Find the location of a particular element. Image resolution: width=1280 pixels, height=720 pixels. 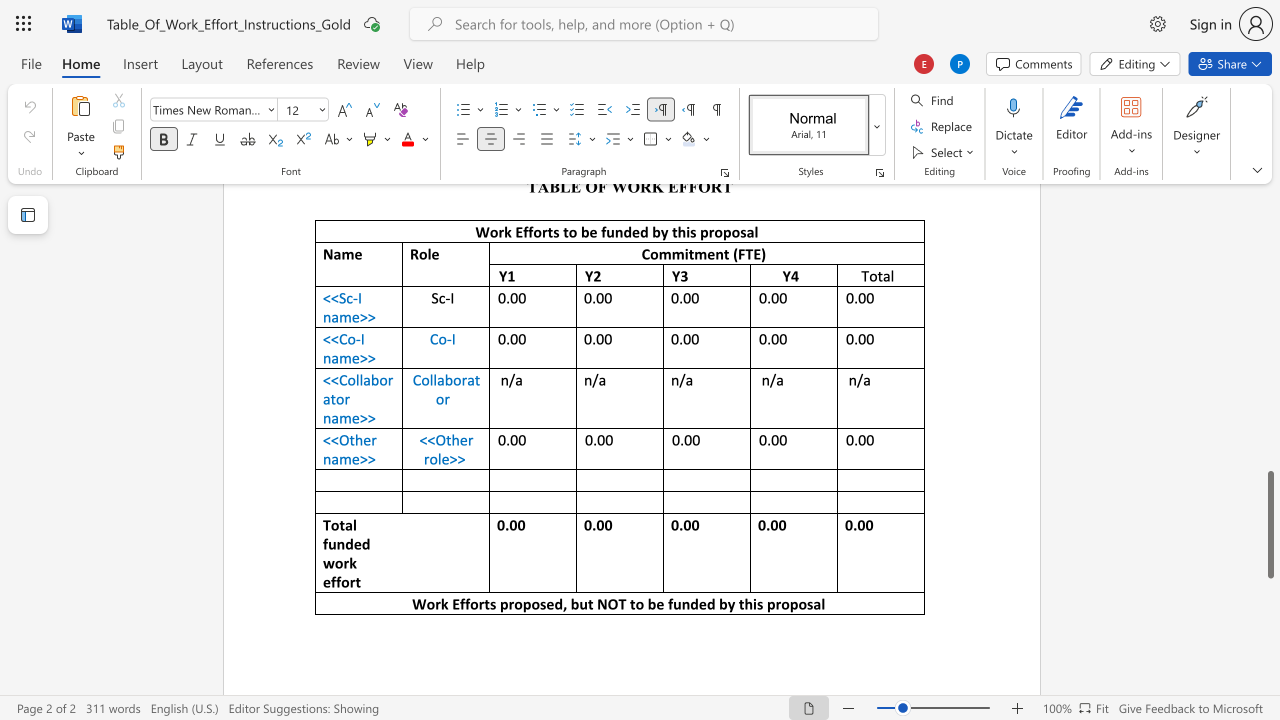

the scrollbar to scroll the page up is located at coordinates (1269, 348).